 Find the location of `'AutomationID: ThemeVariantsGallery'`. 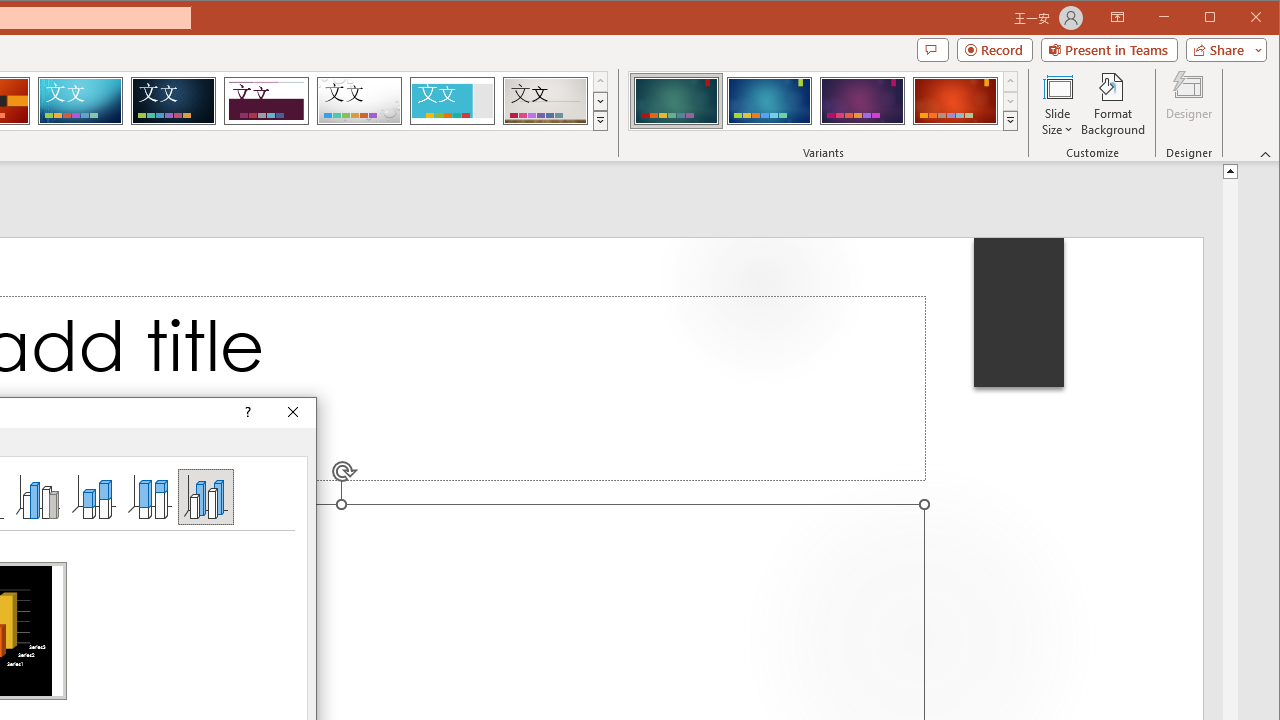

'AutomationID: ThemeVariantsGallery' is located at coordinates (824, 101).